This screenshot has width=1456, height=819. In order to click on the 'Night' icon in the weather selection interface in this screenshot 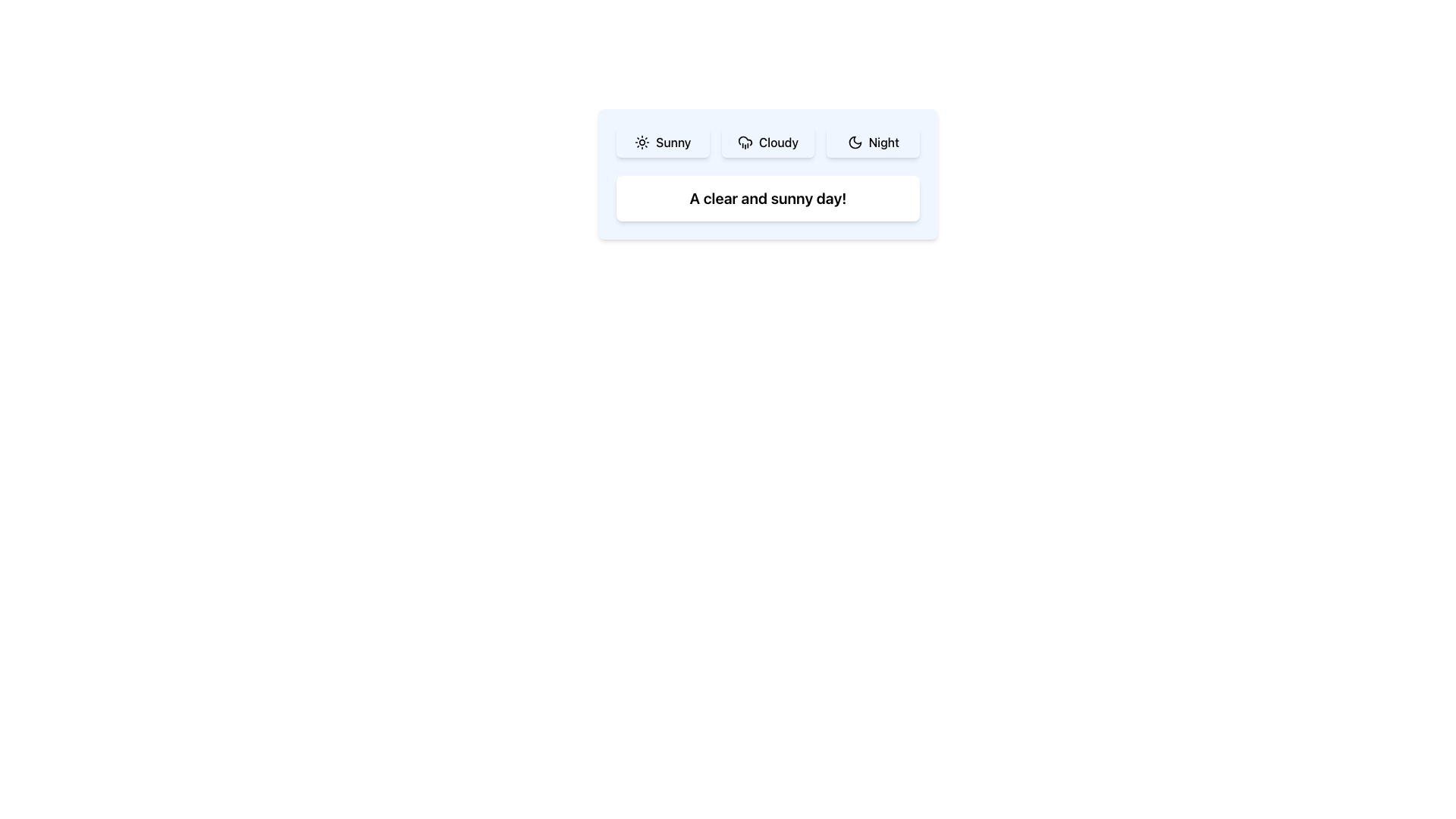, I will do `click(855, 143)`.